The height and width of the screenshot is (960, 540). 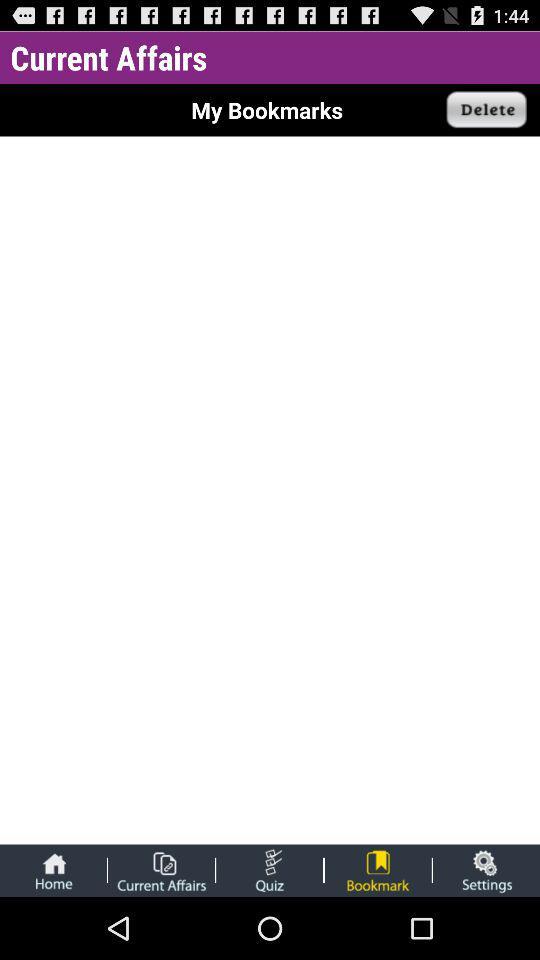 What do you see at coordinates (53, 931) in the screenshot?
I see `the home icon` at bounding box center [53, 931].